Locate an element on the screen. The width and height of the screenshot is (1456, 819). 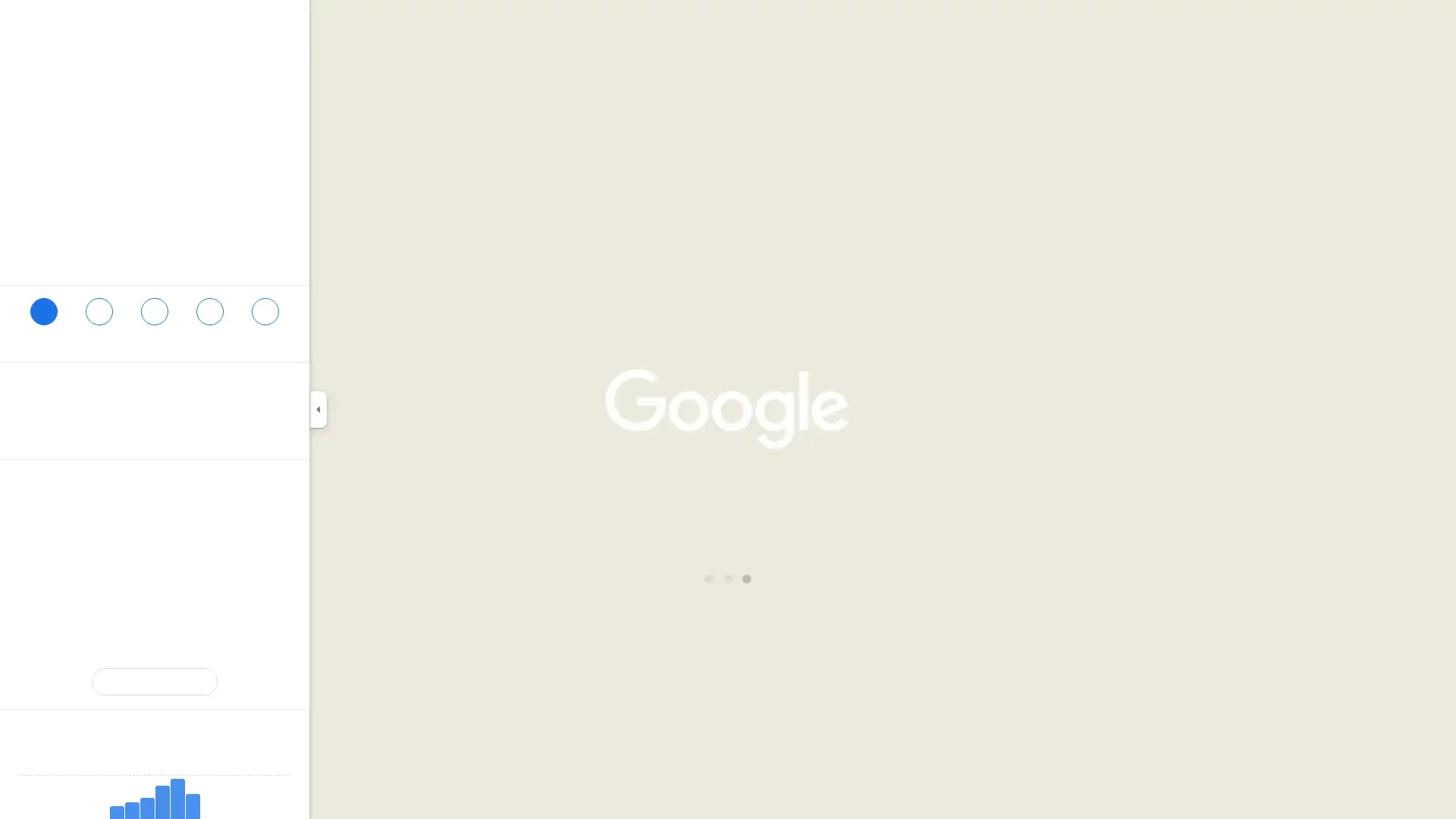
109 photos is located at coordinates (58, 157).